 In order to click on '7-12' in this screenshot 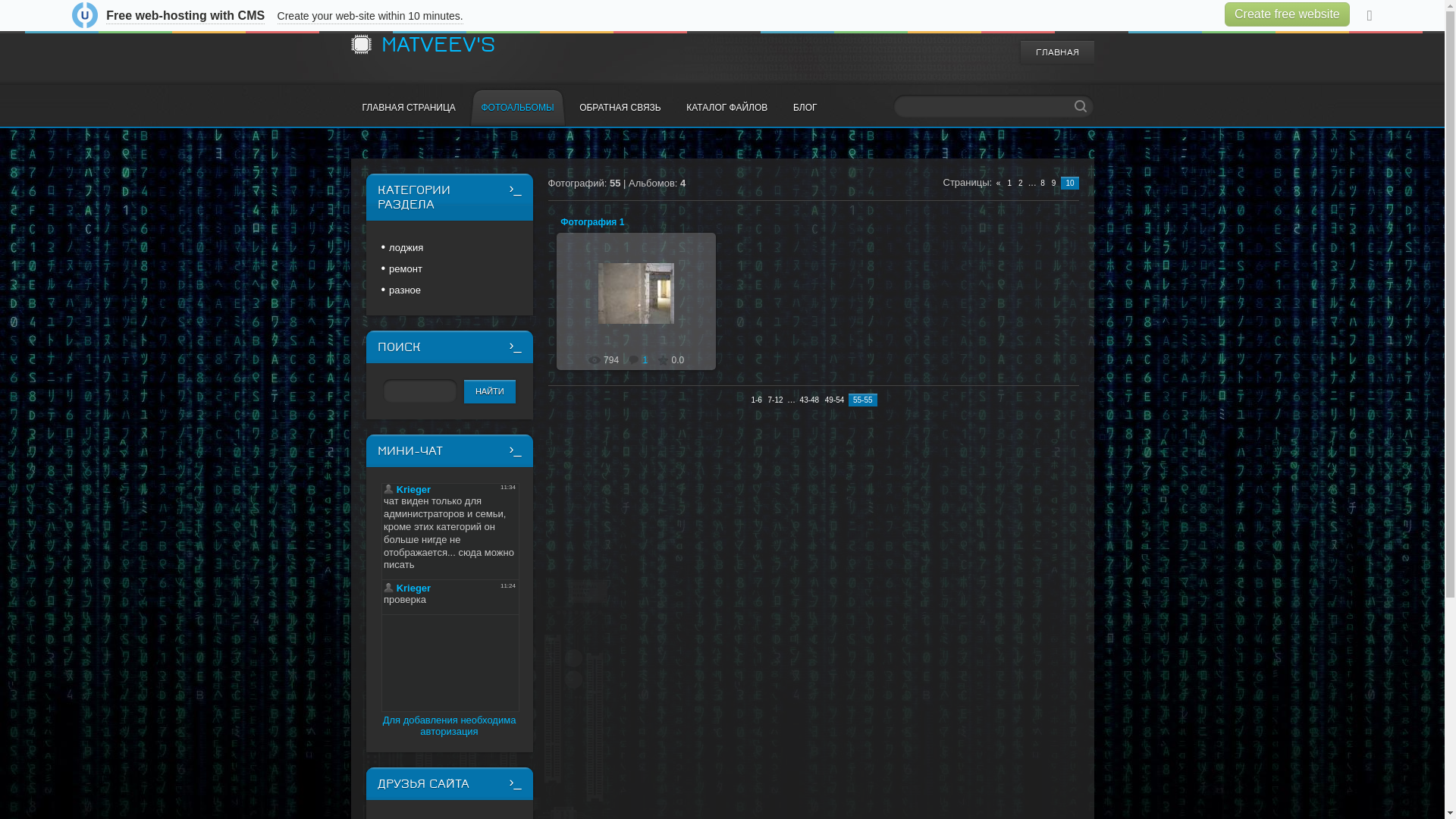, I will do `click(765, 399)`.